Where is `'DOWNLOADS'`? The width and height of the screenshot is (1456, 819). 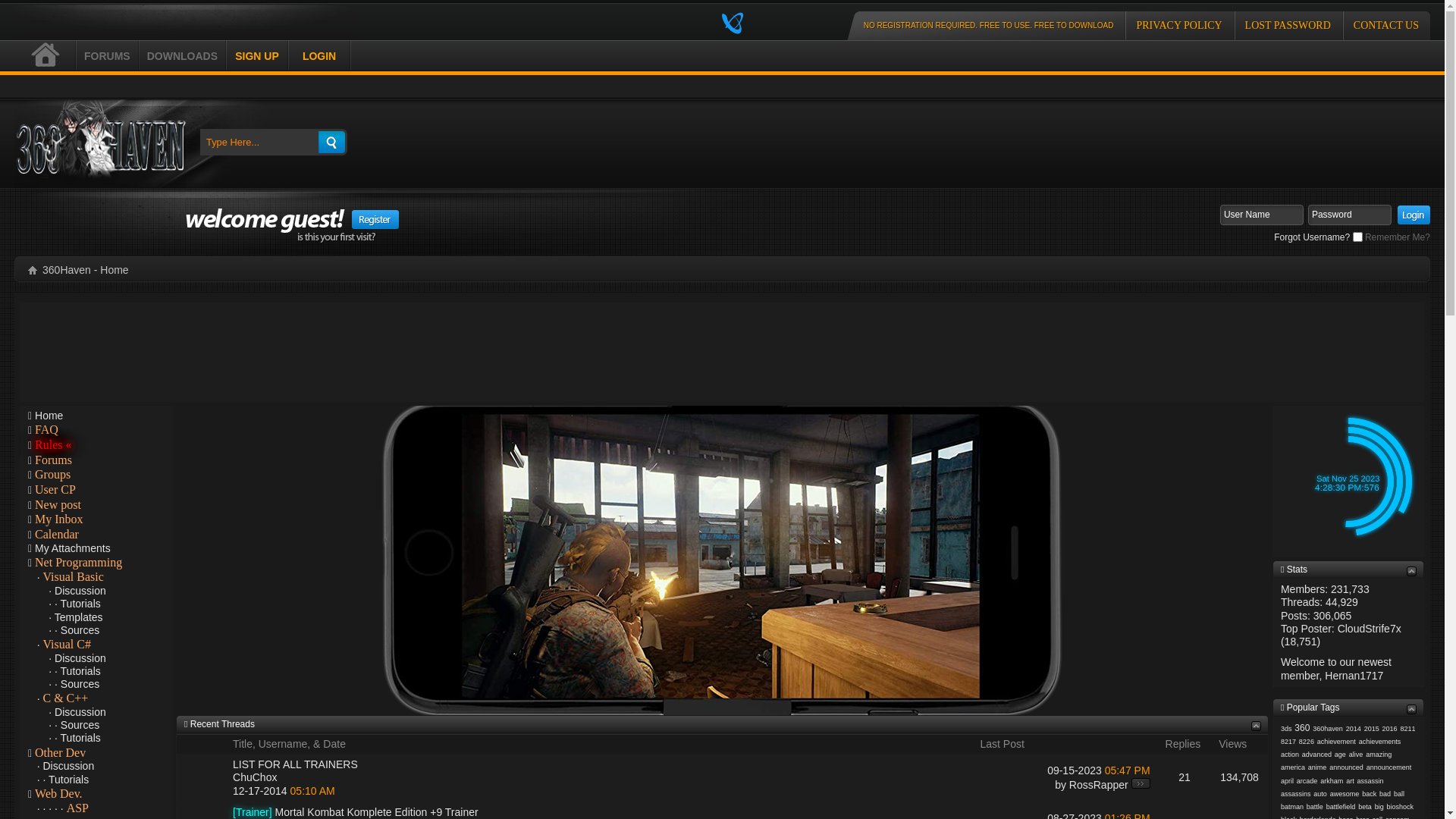 'DOWNLOADS' is located at coordinates (182, 55).